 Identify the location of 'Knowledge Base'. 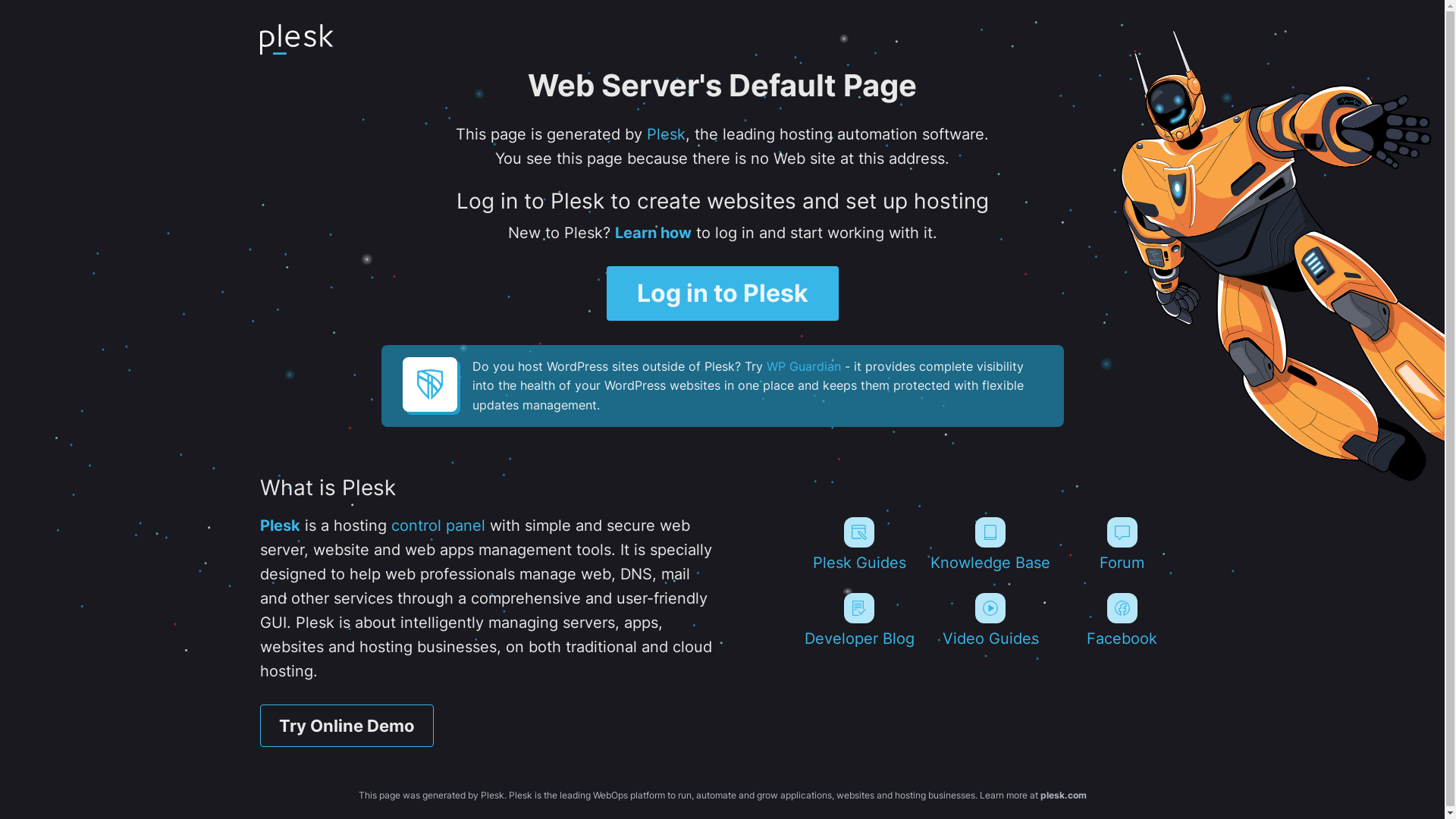
(927, 543).